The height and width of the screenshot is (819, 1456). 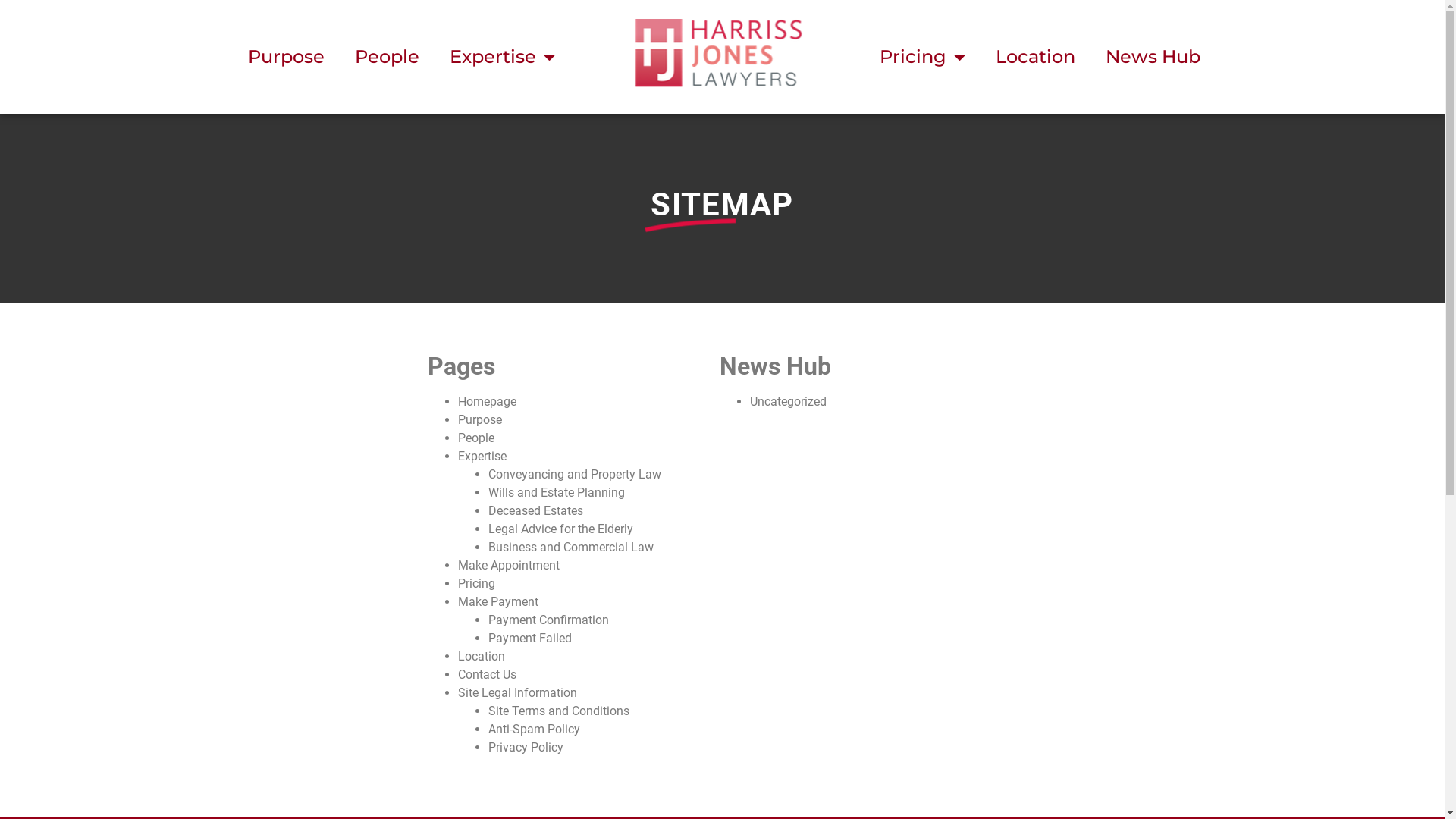 I want to click on 'Legal Advice for the Elderly', so click(x=560, y=528).